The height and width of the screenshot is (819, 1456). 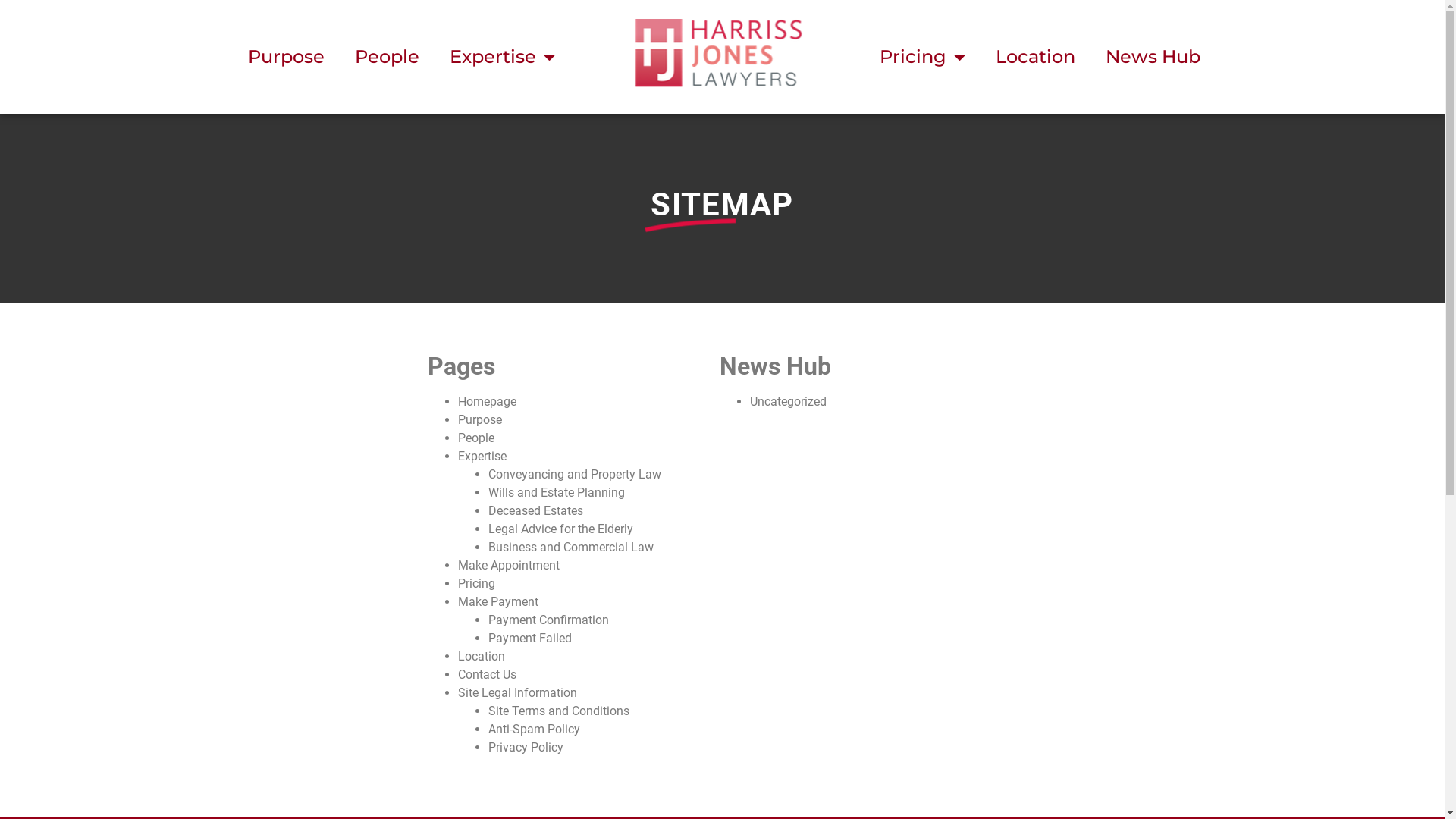 I want to click on 'Legal Advice for the Elderly', so click(x=560, y=528).